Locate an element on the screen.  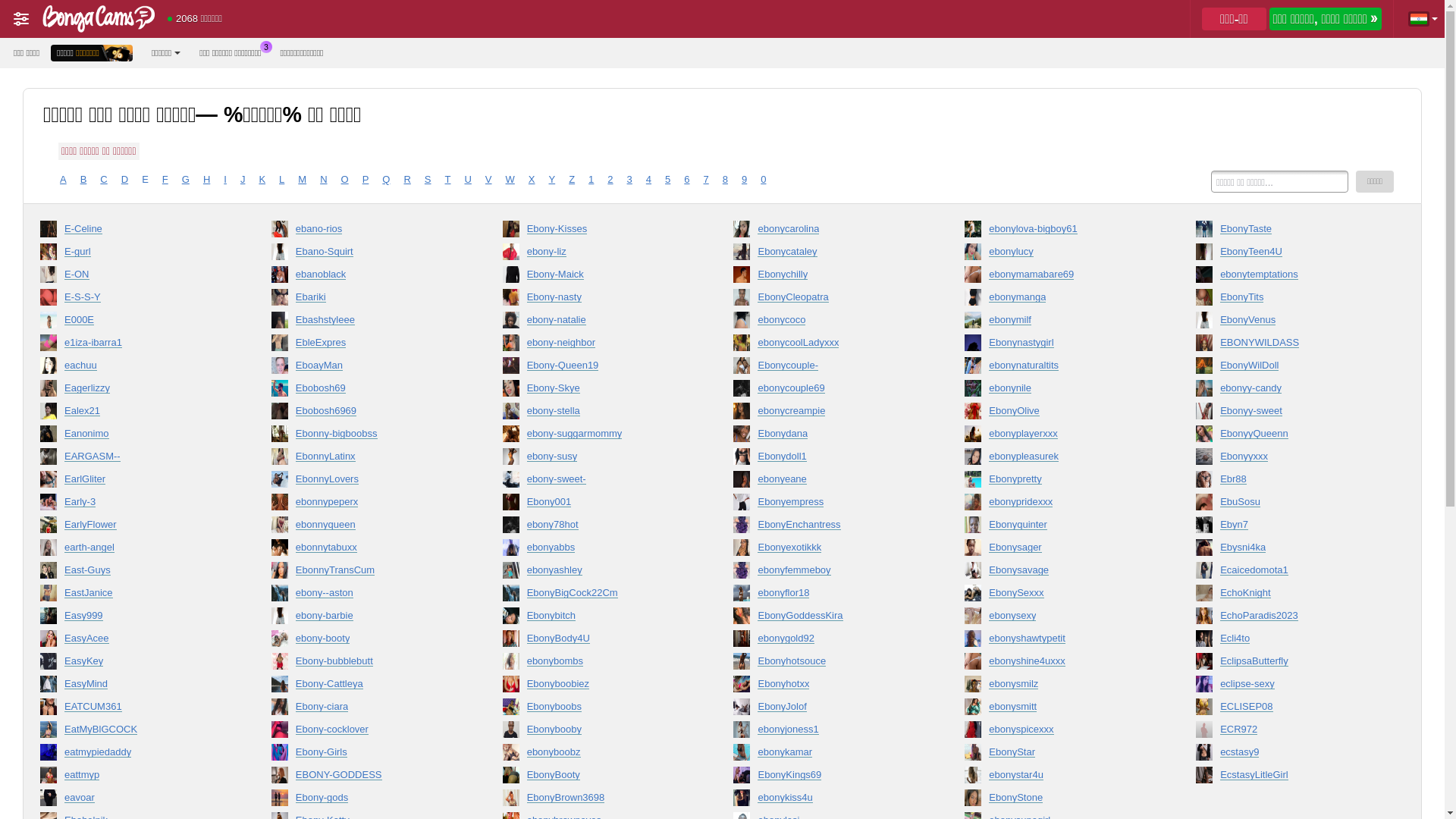
'K' is located at coordinates (262, 178).